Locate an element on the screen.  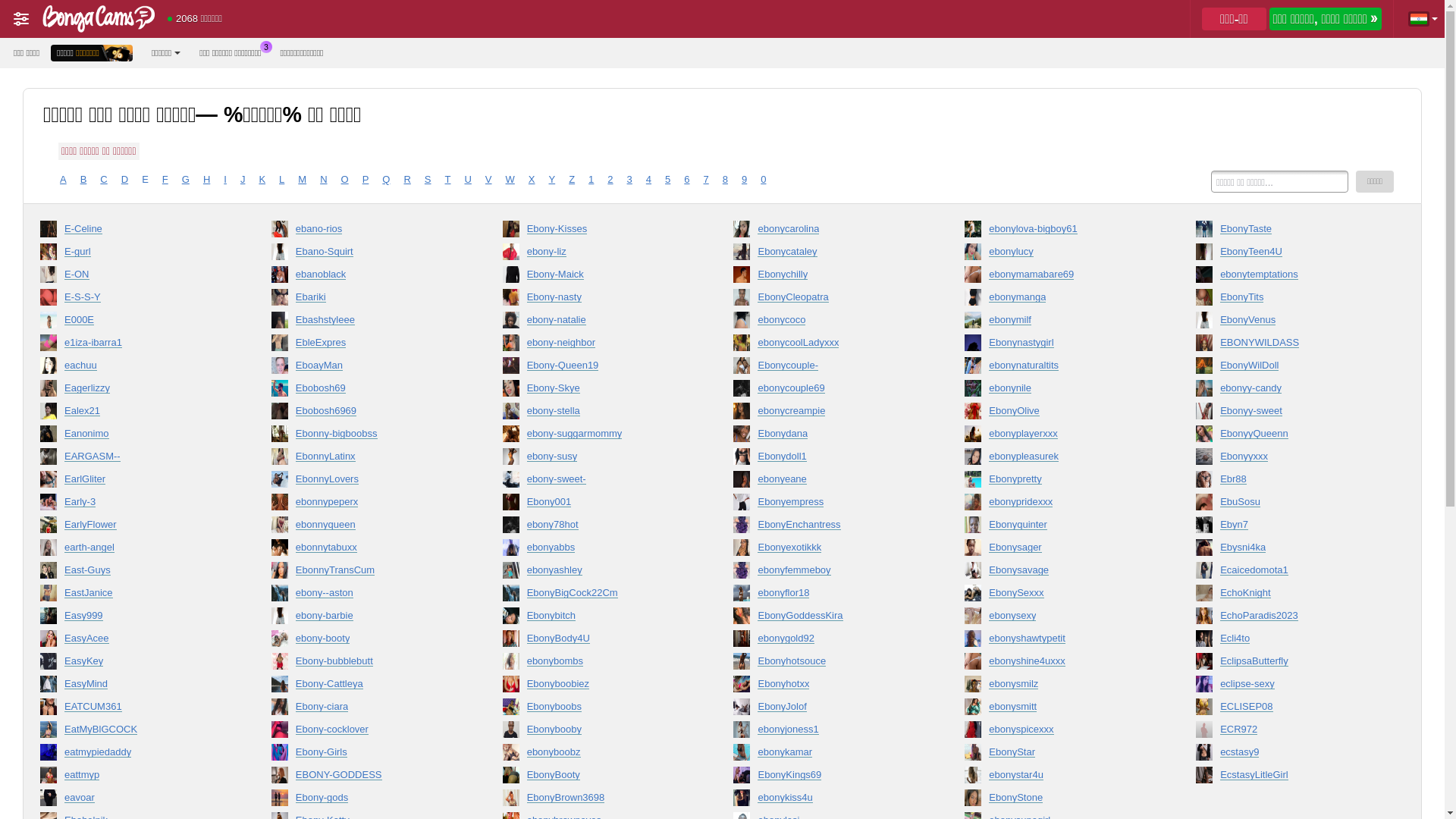
'K' is located at coordinates (262, 178).